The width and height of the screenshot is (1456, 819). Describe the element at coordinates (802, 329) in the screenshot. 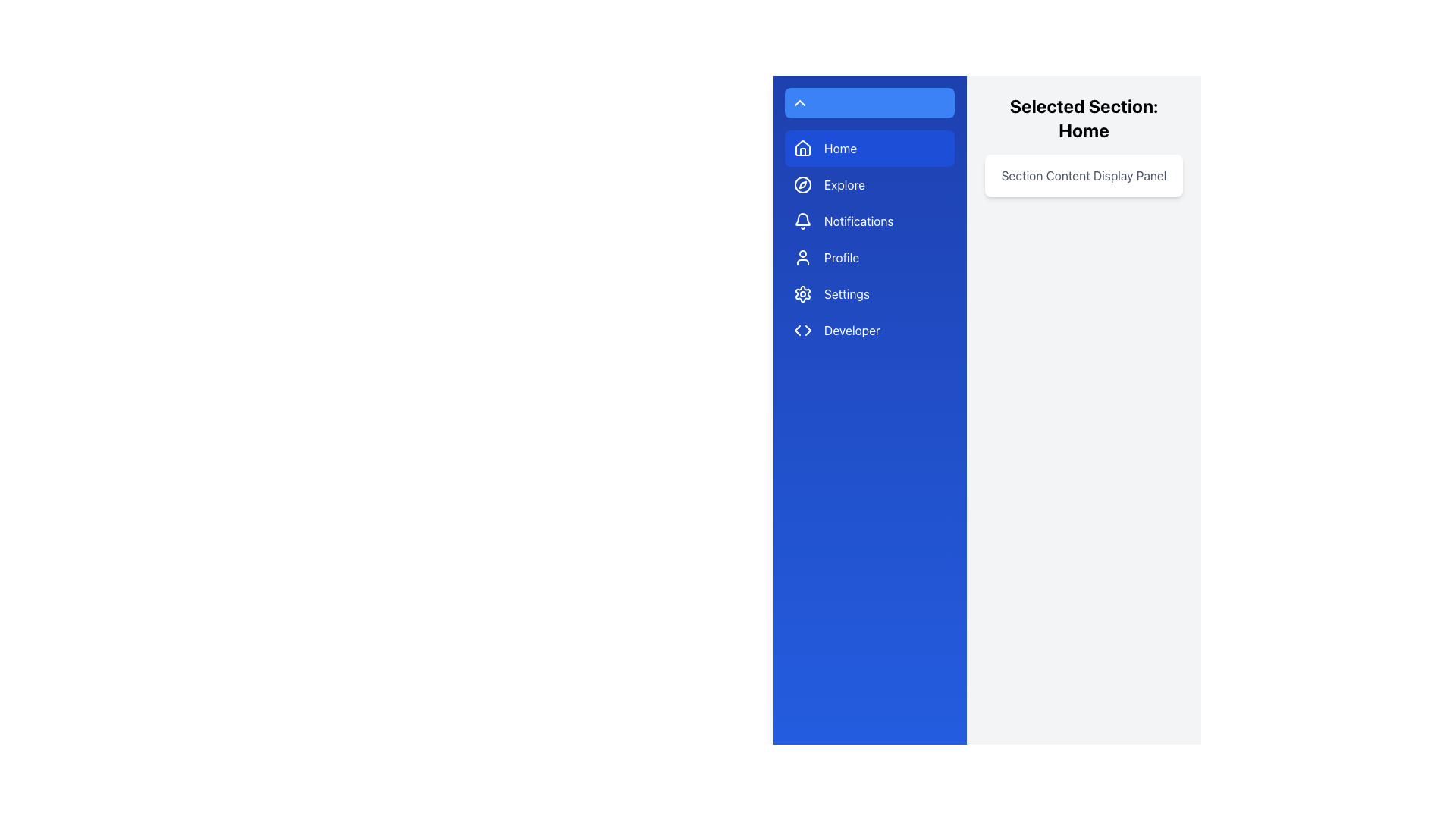

I see `the 'Developer' icon in the sidebar navigation menu, which visually represents the 'Developer' section and is left-aligned with its accompanying text` at that location.